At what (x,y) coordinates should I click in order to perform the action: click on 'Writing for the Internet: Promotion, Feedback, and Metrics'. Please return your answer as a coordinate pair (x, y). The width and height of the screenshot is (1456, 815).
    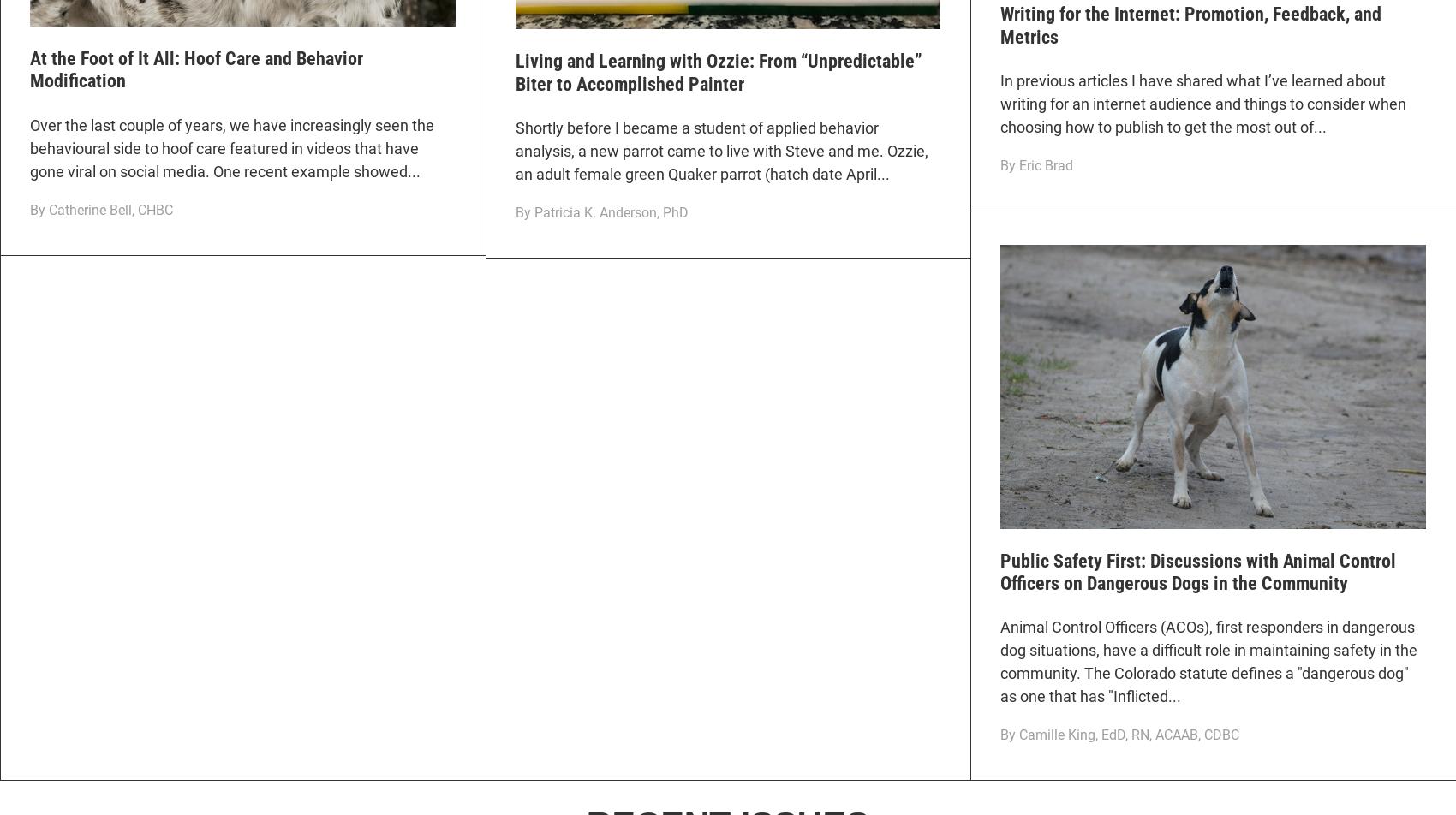
    Looking at the image, I should click on (1190, 25).